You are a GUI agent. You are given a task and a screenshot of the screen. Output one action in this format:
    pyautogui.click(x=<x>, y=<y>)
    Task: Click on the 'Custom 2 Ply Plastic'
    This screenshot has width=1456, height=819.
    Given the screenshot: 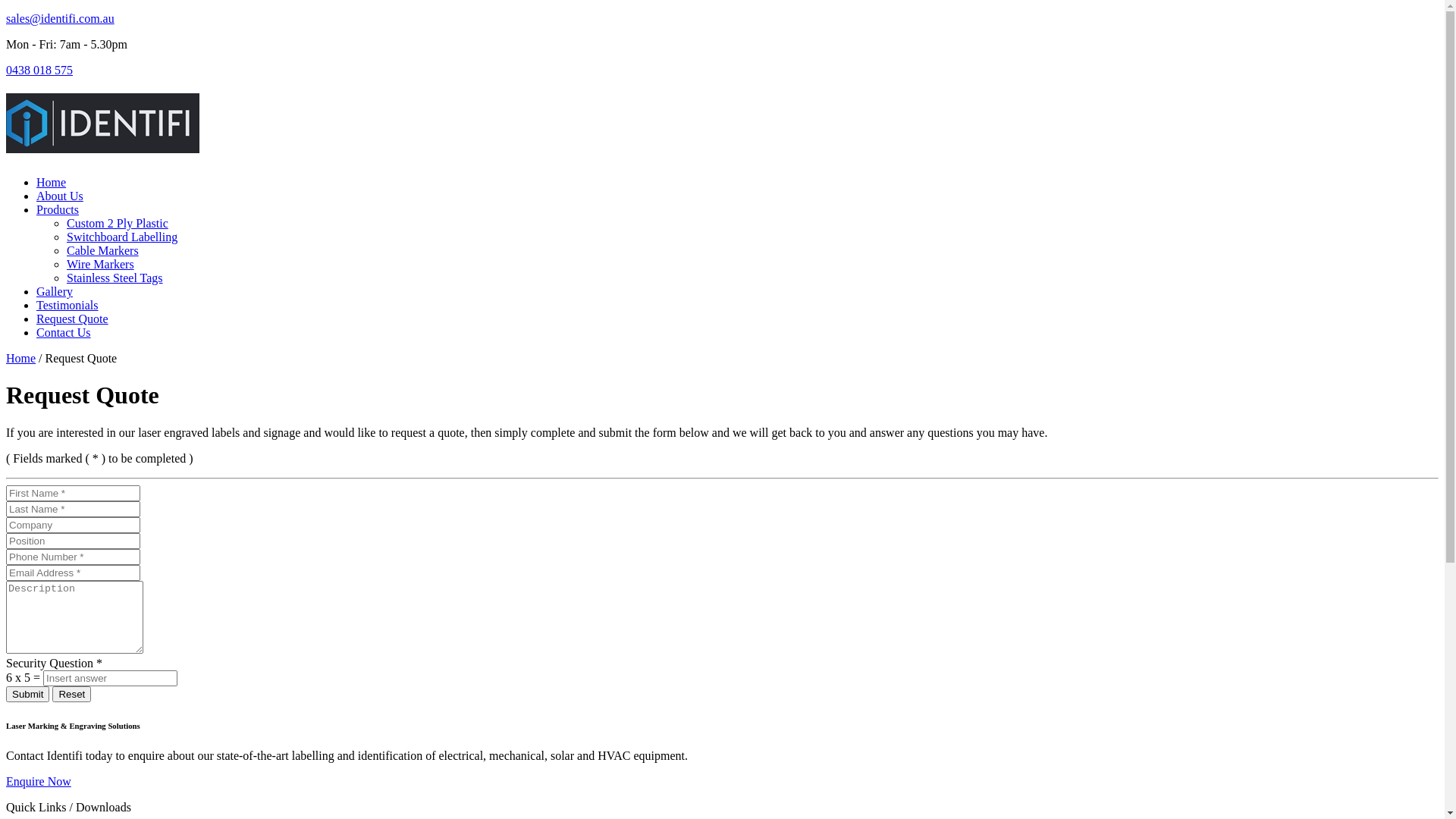 What is the action you would take?
    pyautogui.click(x=65, y=223)
    